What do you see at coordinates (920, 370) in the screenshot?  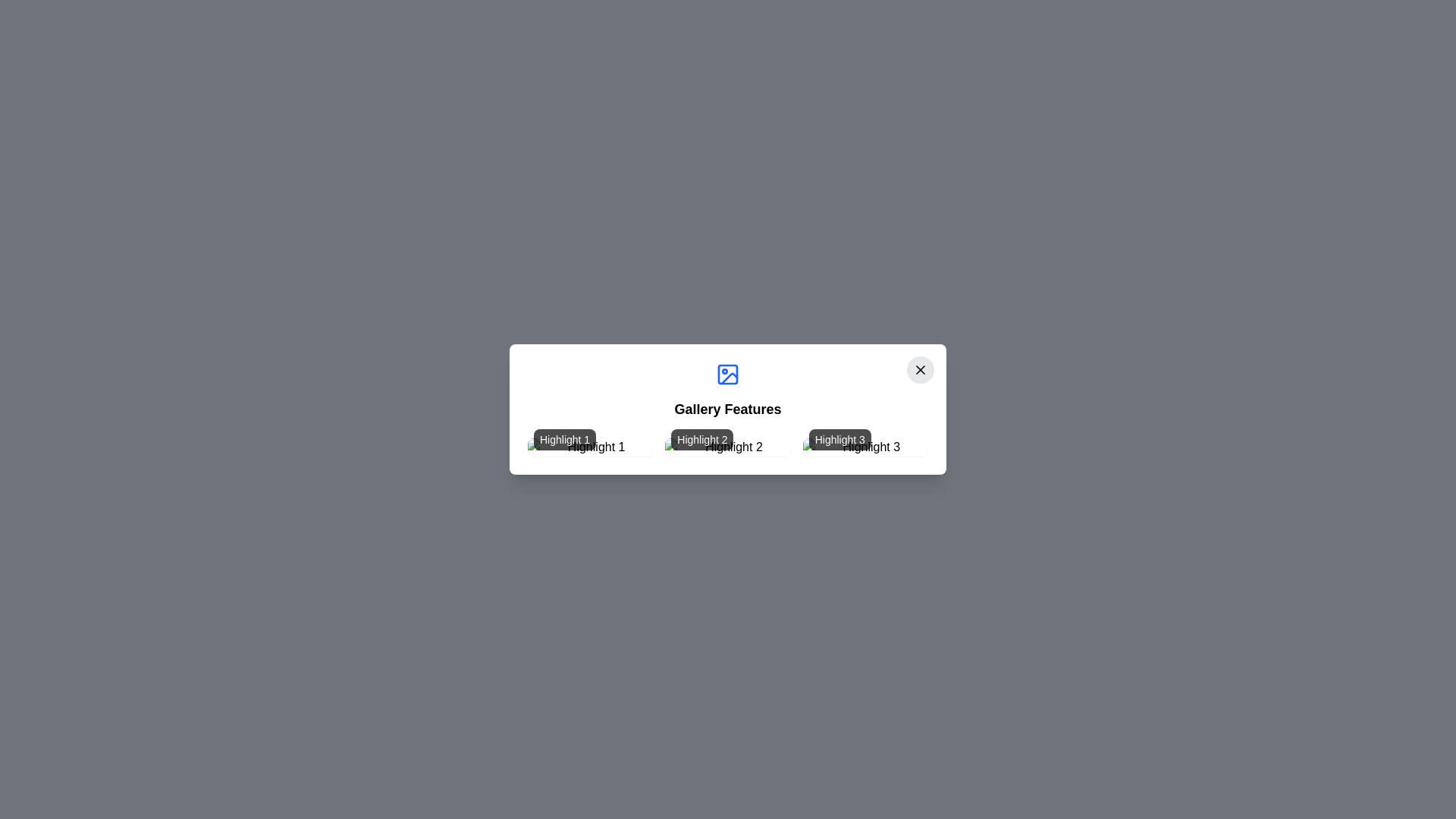 I see `the close button to close the dialog` at bounding box center [920, 370].